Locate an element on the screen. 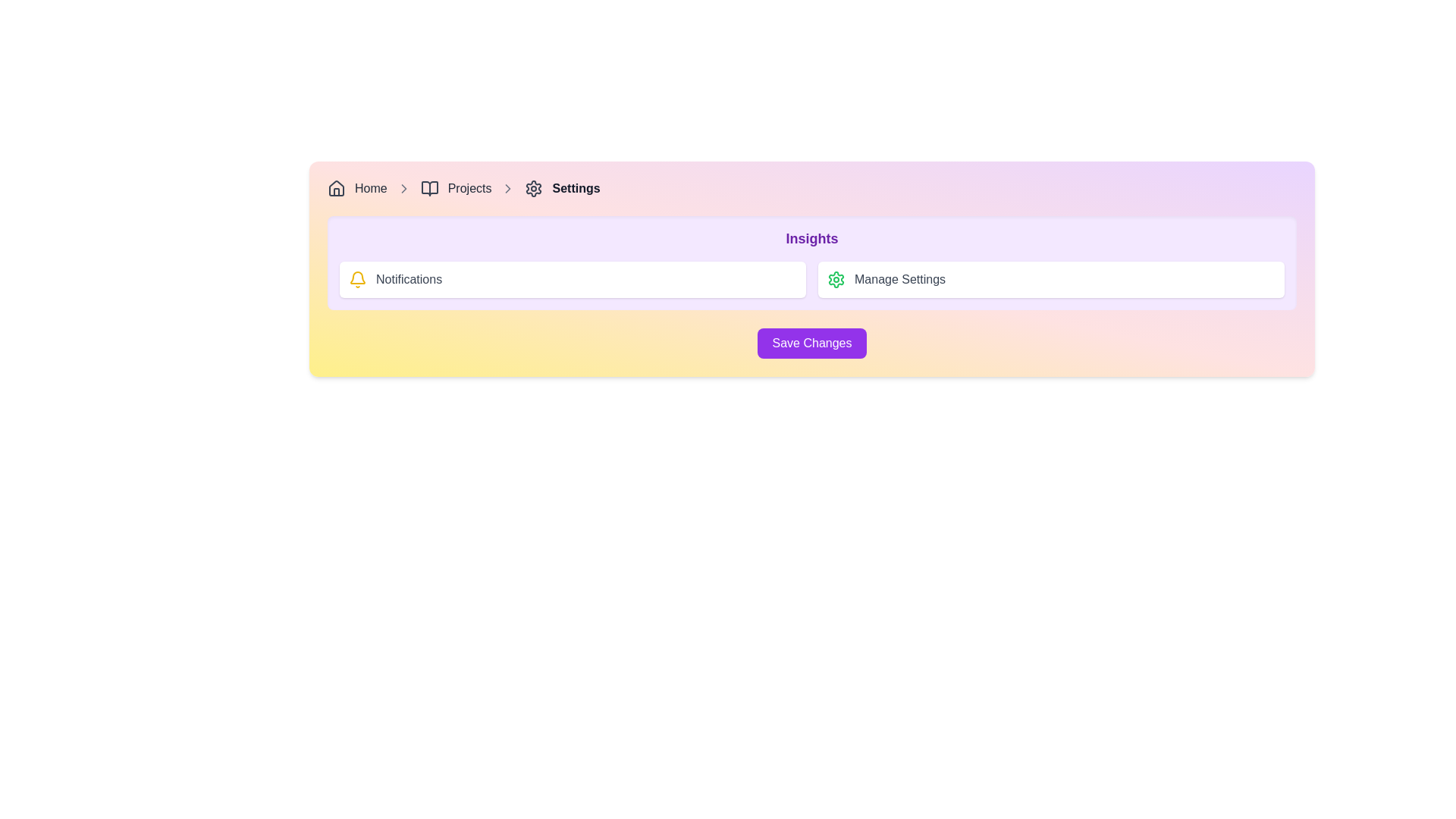  the settings management button located in the second column of the grid layout, next to the Notifications component is located at coordinates (1050, 280).